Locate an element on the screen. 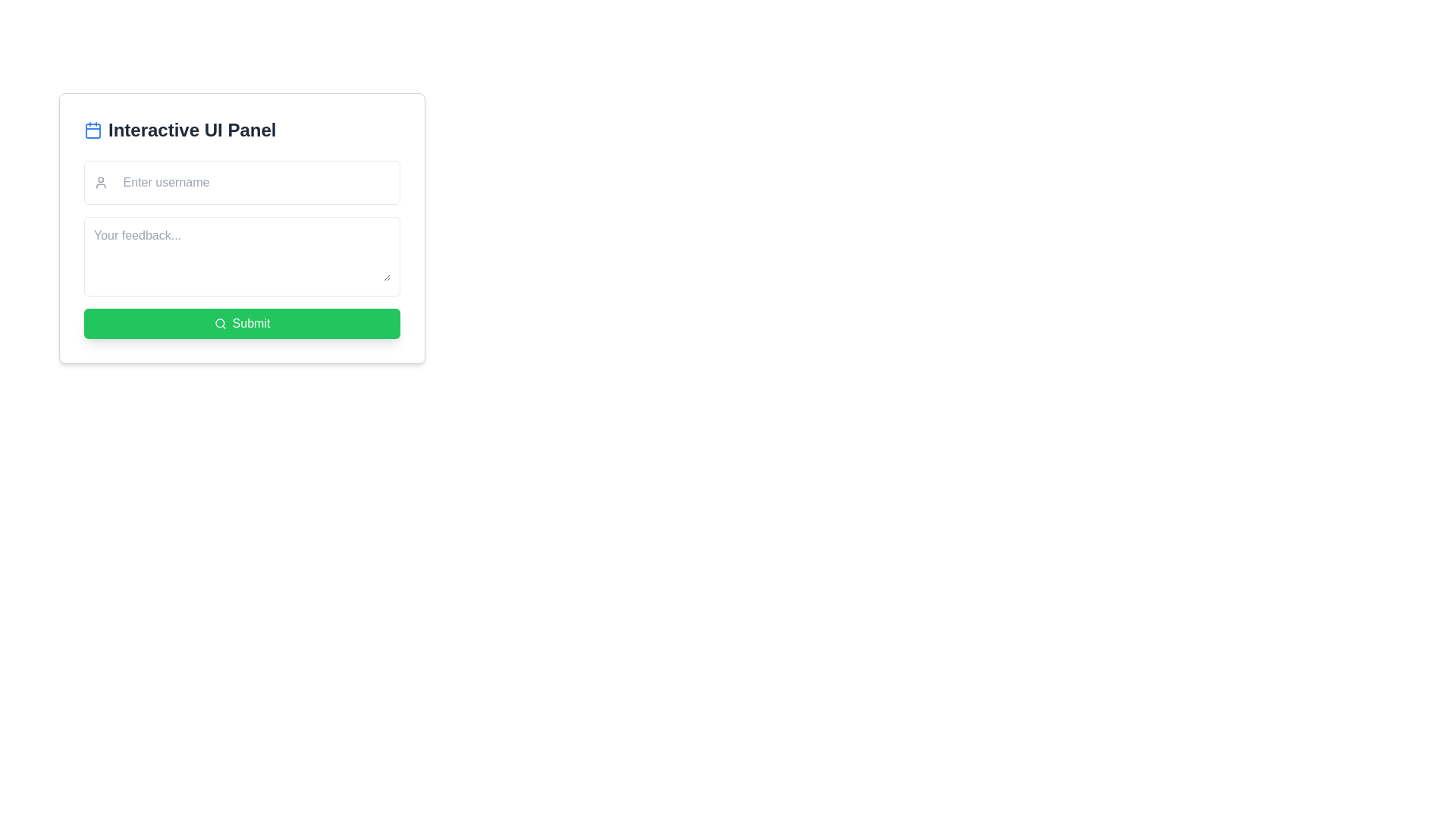  the small rectangle with rounded corners located inside the calendar icon, specifically in the lower portion of the icon is located at coordinates (93, 130).